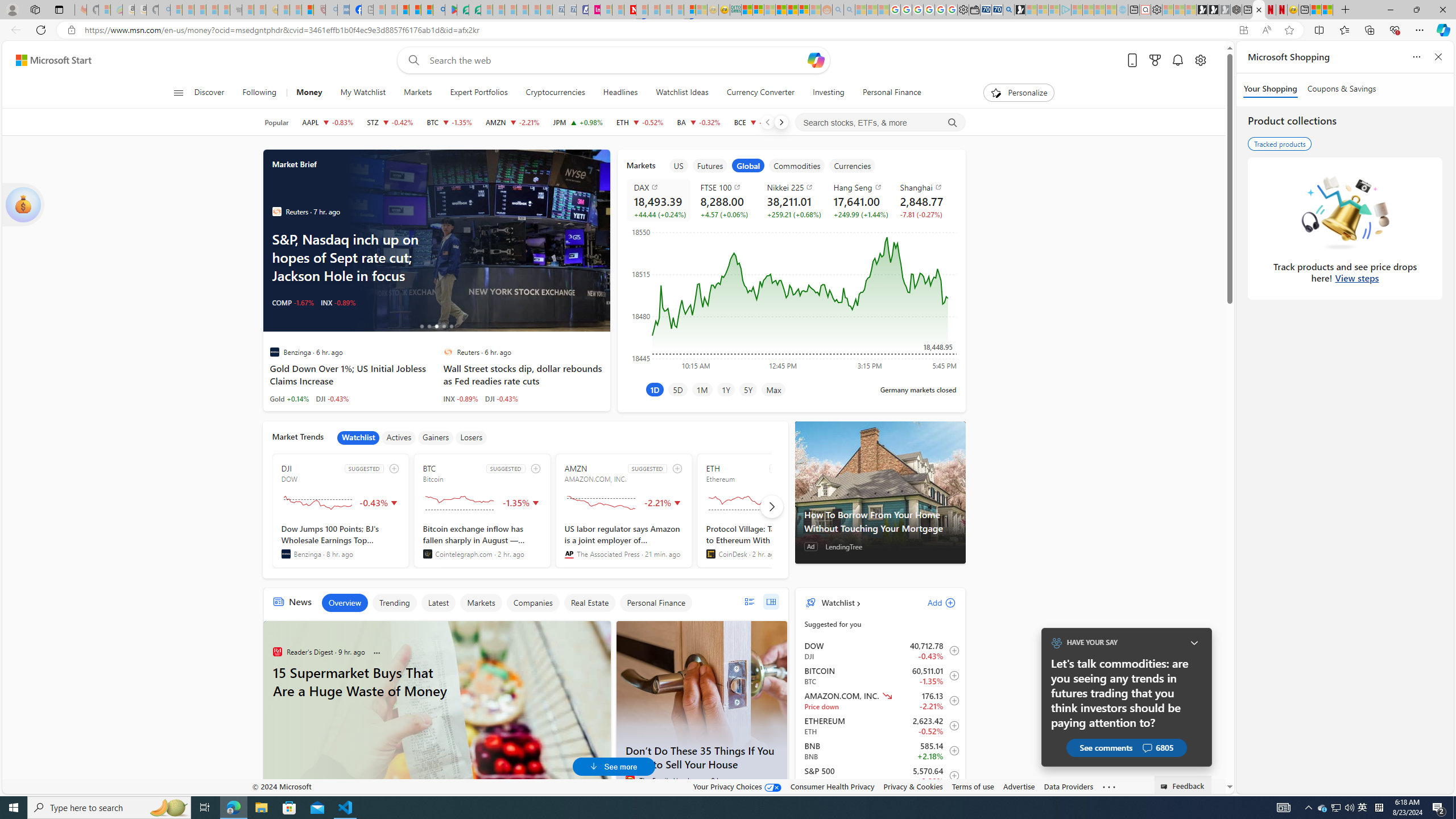 The width and height of the screenshot is (1456, 819). Describe the element at coordinates (331, 9) in the screenshot. I see `'list of asthma inhalers uk - Search - Sleeping'` at that location.